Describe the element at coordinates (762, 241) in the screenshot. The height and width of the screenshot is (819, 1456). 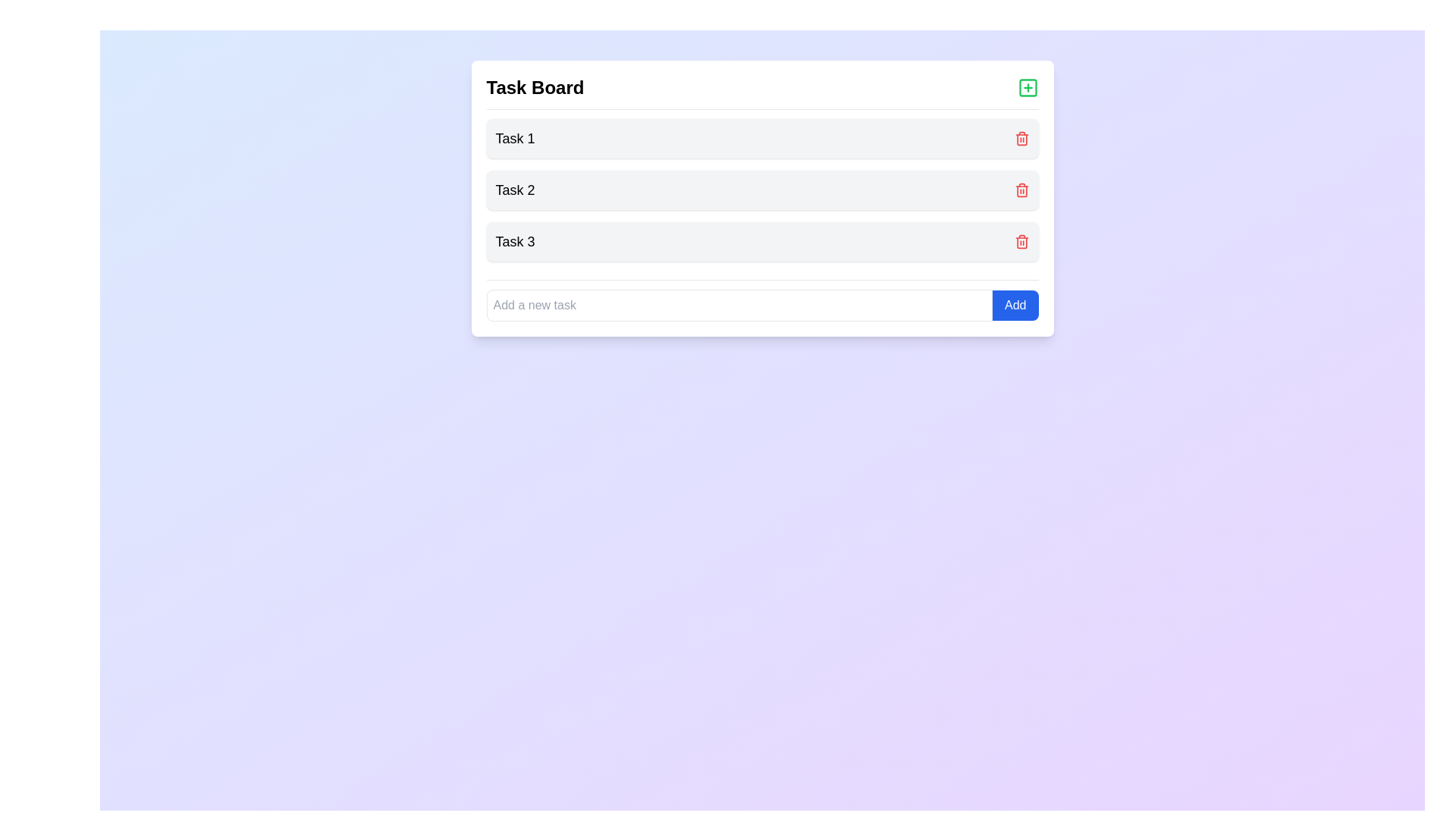
I see `the third task item labeled 'Task 3' in the 'Task Board'` at that location.